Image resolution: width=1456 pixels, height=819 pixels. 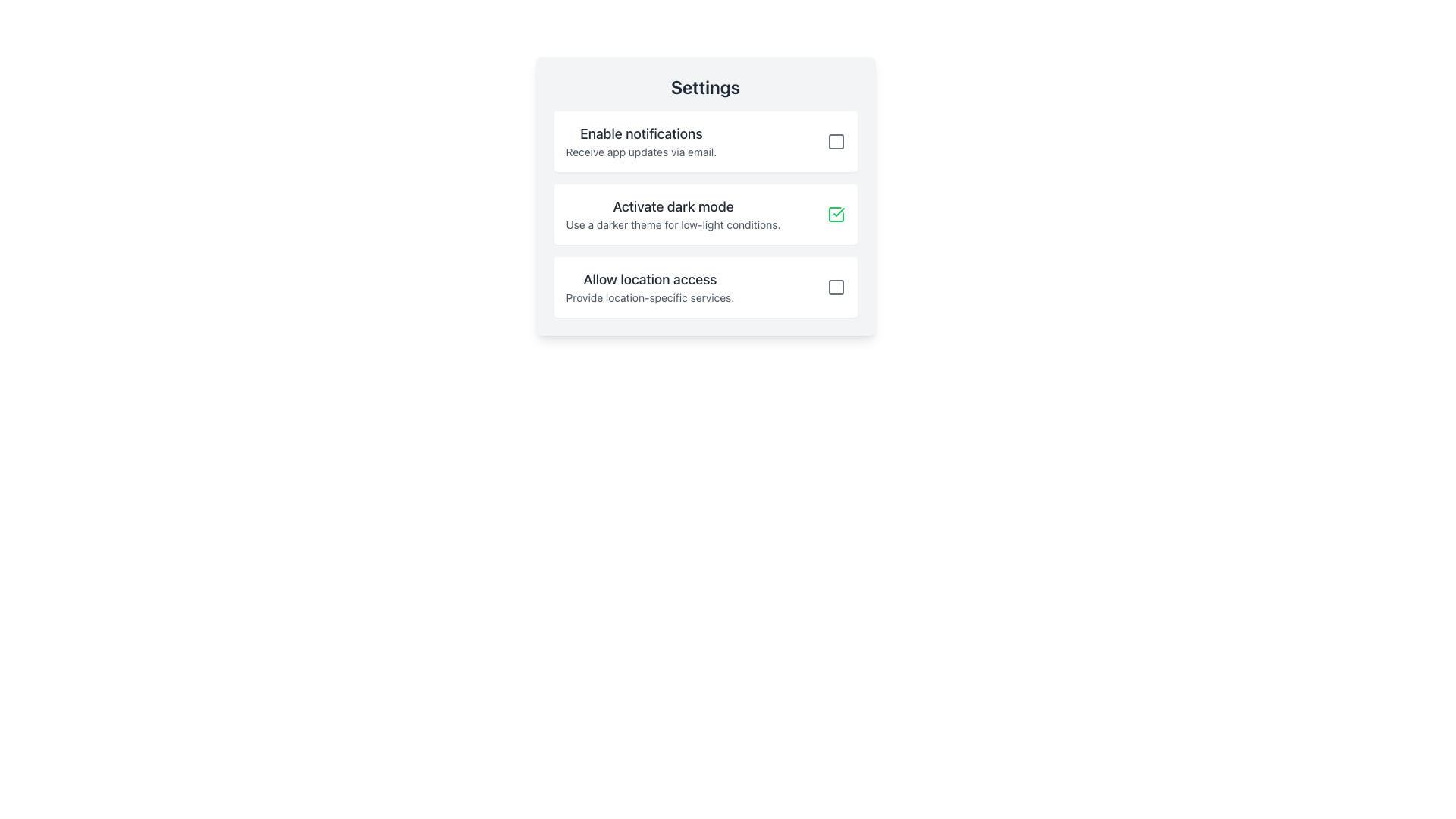 What do you see at coordinates (835, 287) in the screenshot?
I see `keyboard navigation` at bounding box center [835, 287].